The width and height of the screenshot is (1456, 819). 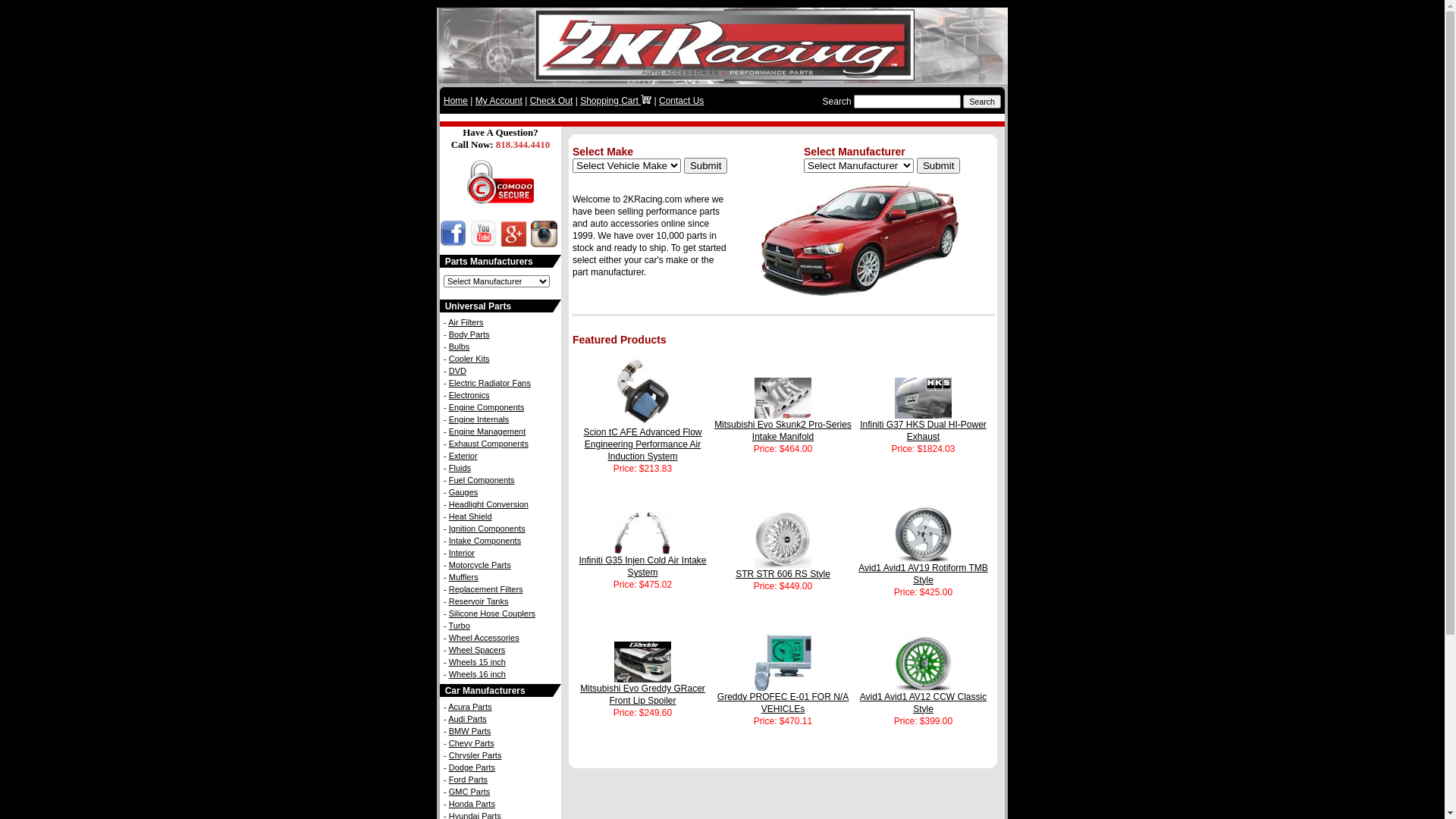 What do you see at coordinates (982, 102) in the screenshot?
I see `'Search'` at bounding box center [982, 102].